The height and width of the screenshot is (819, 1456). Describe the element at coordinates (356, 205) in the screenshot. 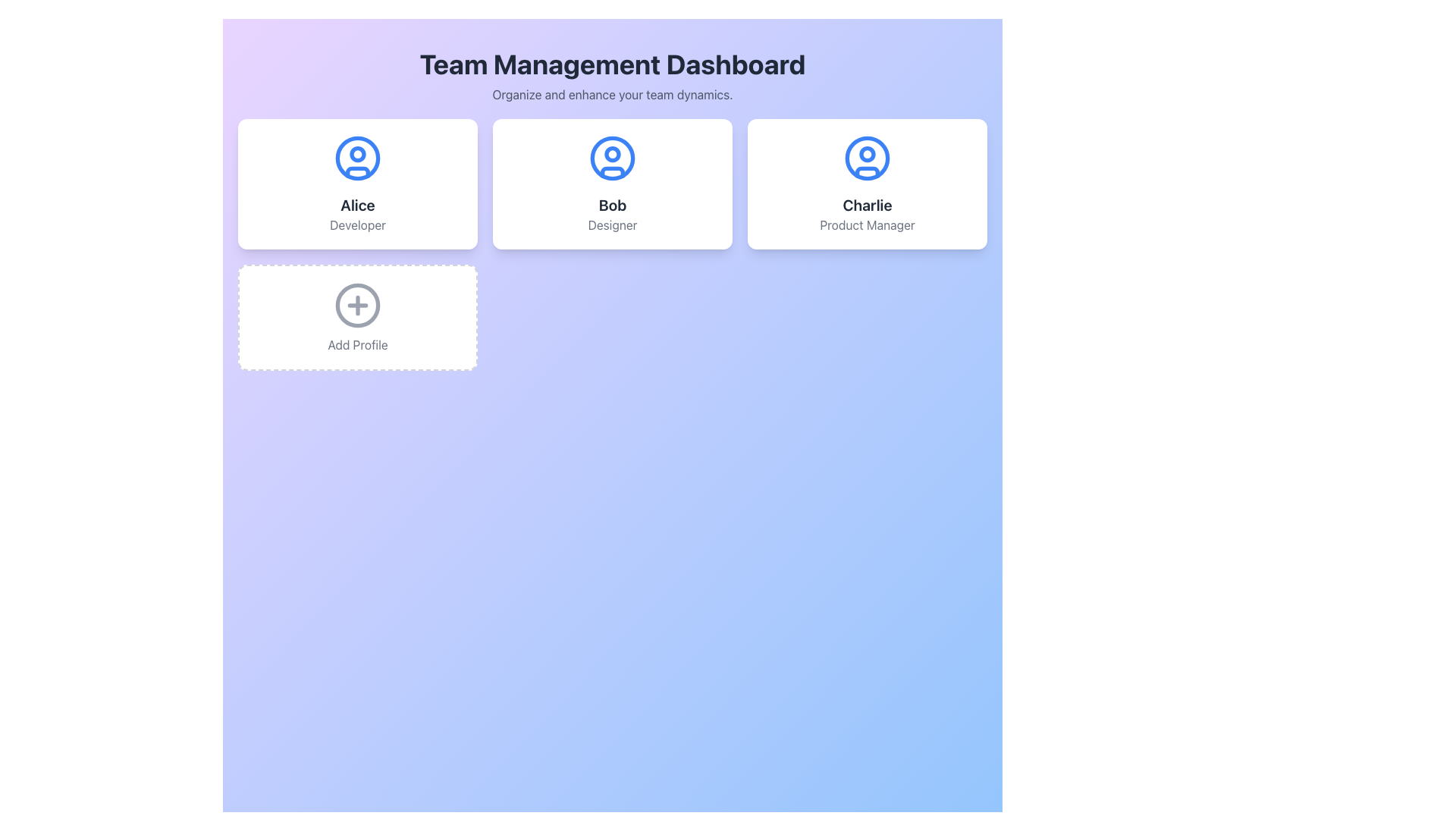

I see `the text label displaying 'Alice', which is styled in bold dark gray font and located within a profile card, positioned between a user icon and the text 'Developer'` at that location.